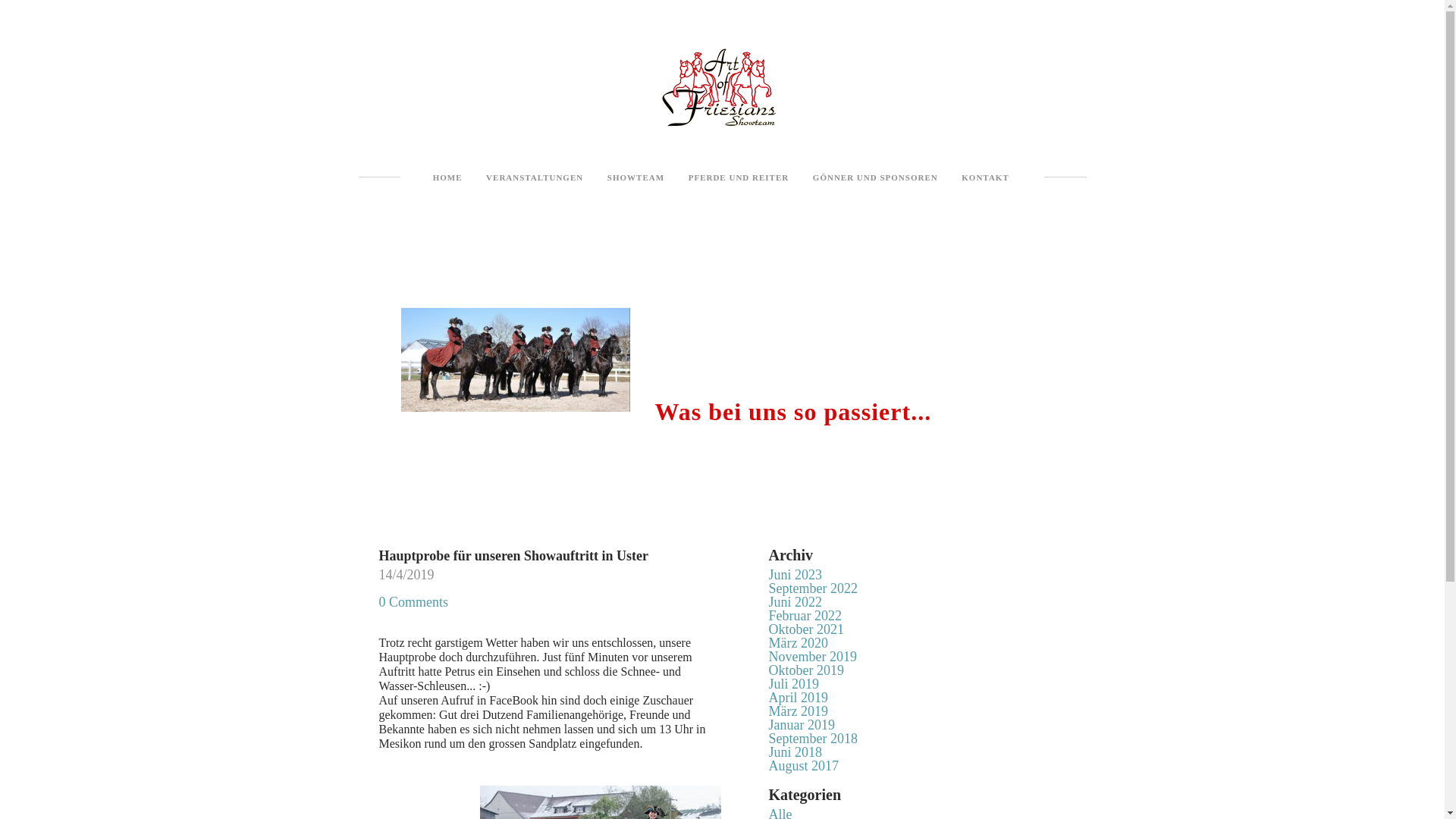  What do you see at coordinates (768, 656) in the screenshot?
I see `'November 2019'` at bounding box center [768, 656].